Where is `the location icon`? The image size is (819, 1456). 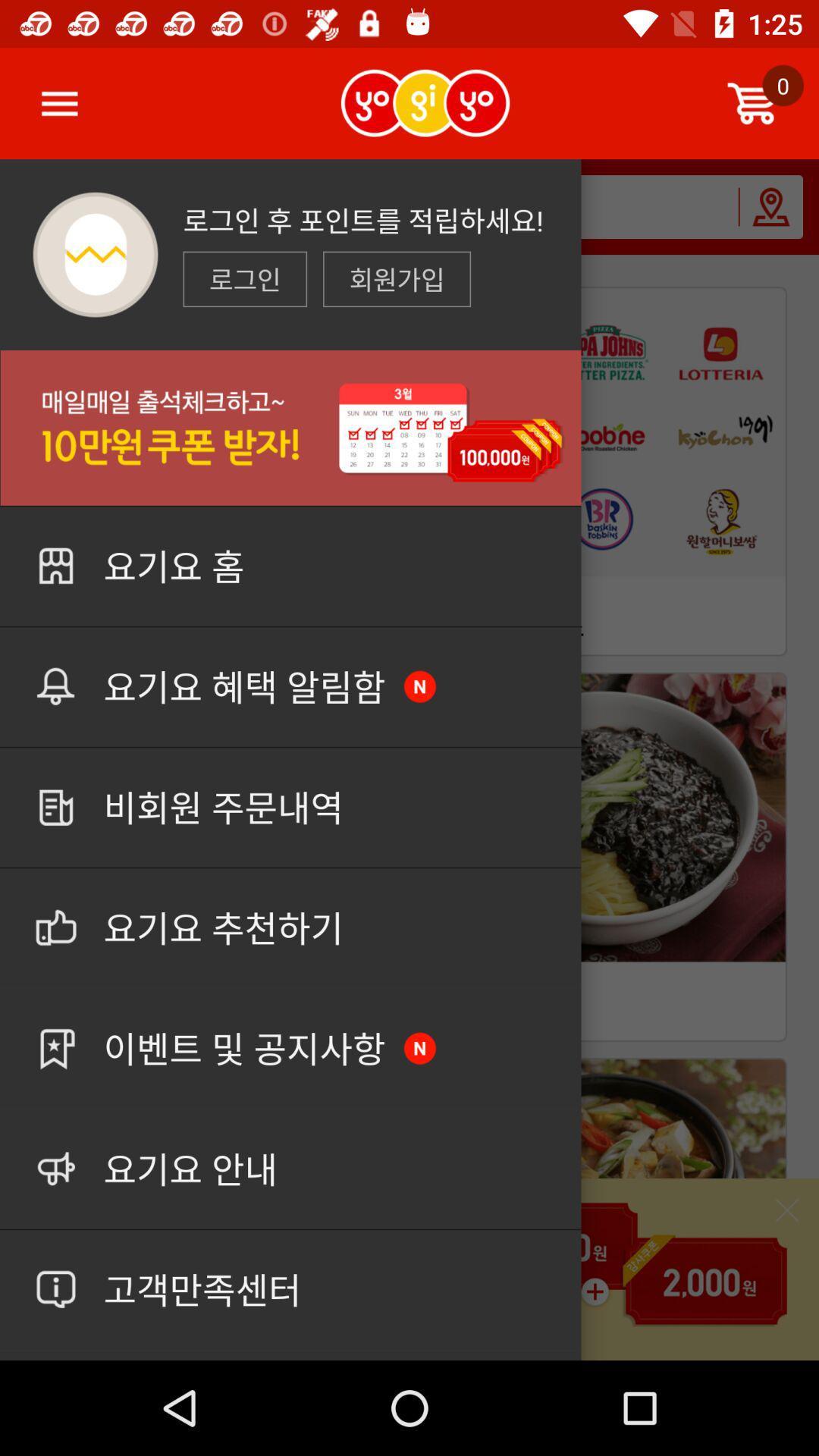 the location icon is located at coordinates (770, 206).